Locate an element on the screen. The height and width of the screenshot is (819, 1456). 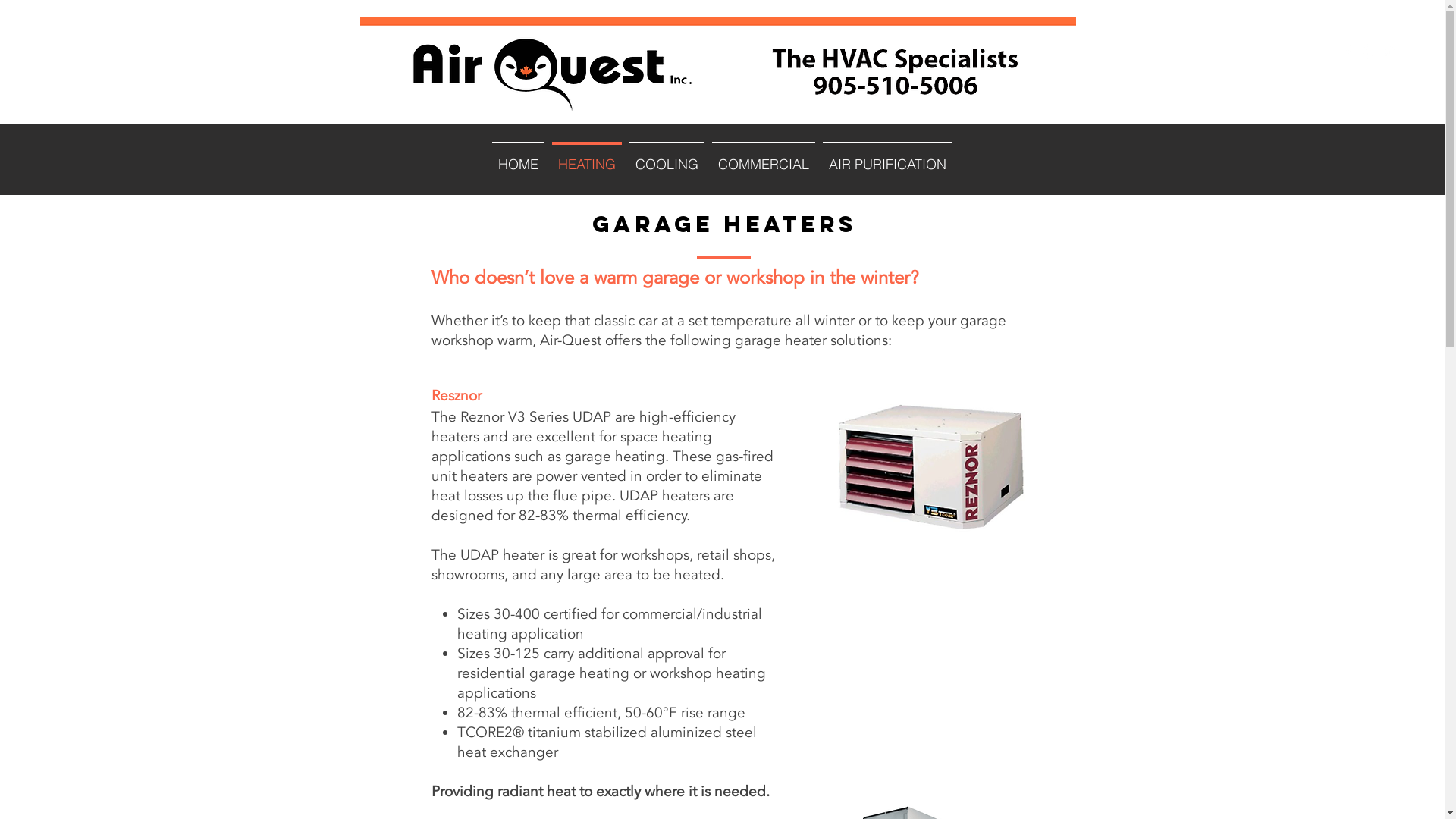
'COOLING' is located at coordinates (667, 157).